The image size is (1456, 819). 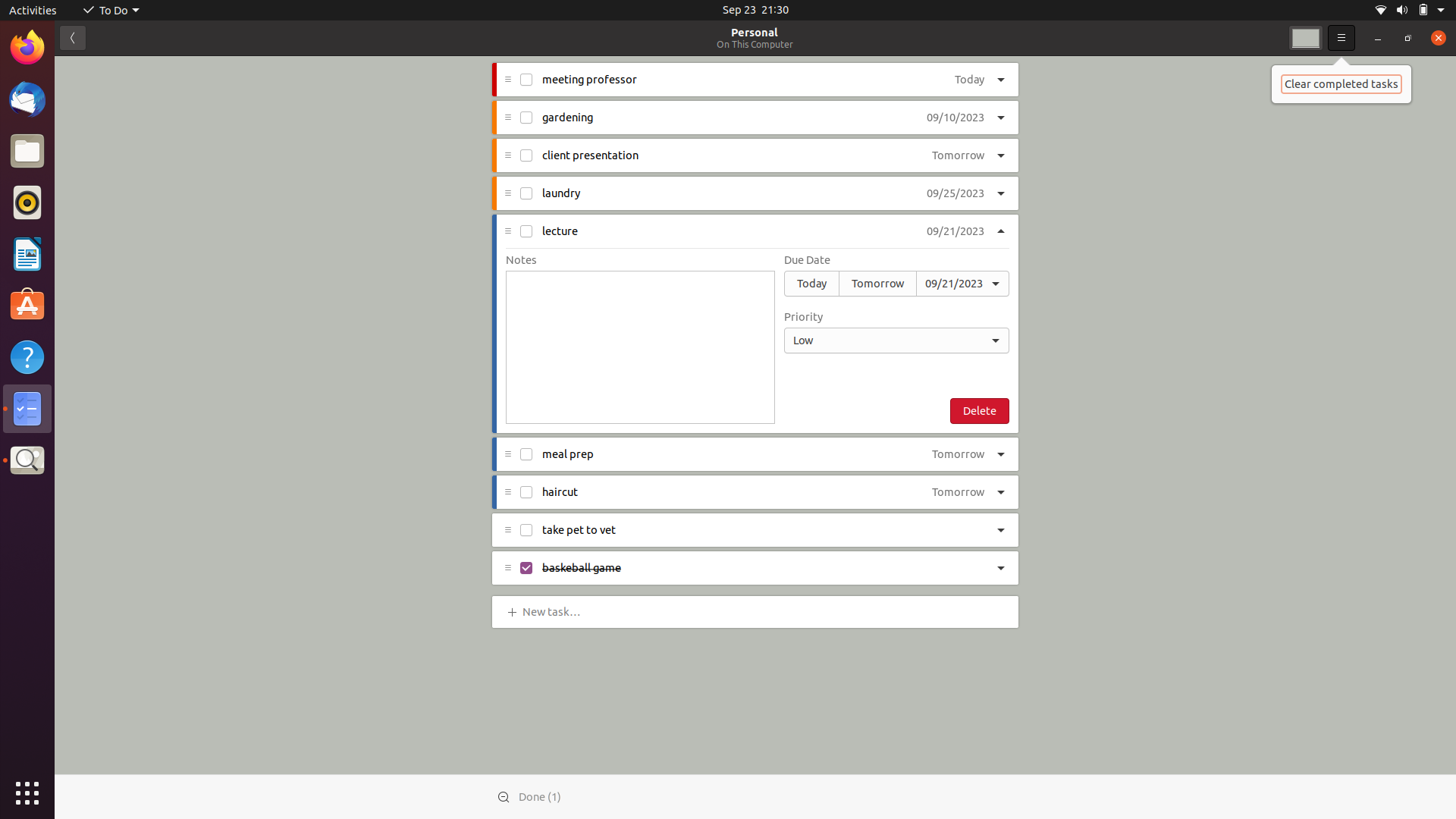 I want to click on Add "email client" task, so click(x=554, y=610).